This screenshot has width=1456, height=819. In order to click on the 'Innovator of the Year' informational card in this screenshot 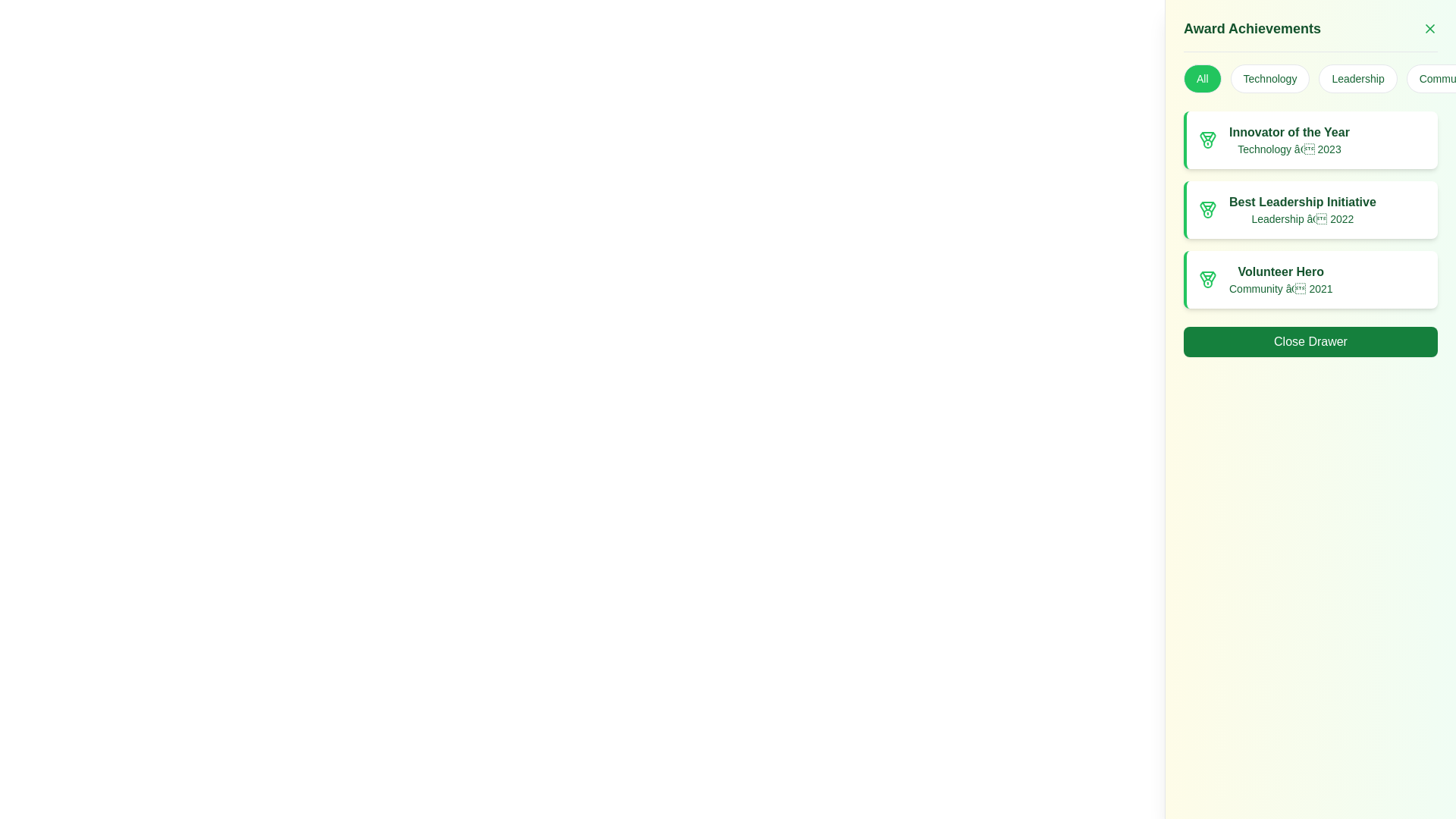, I will do `click(1310, 140)`.